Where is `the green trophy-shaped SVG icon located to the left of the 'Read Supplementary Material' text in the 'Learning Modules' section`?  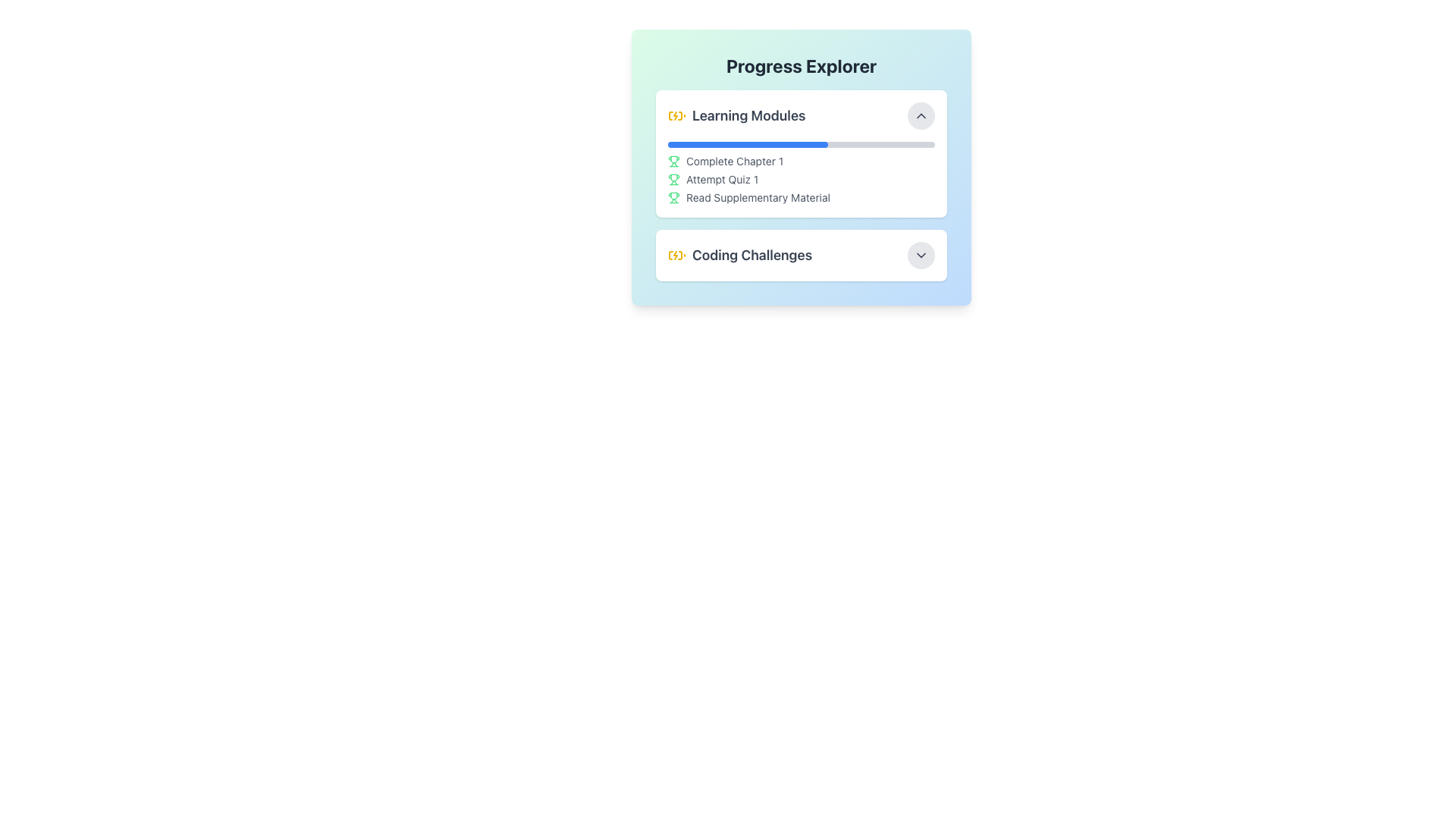
the green trophy-shaped SVG icon located to the left of the 'Read Supplementary Material' text in the 'Learning Modules' section is located at coordinates (673, 195).